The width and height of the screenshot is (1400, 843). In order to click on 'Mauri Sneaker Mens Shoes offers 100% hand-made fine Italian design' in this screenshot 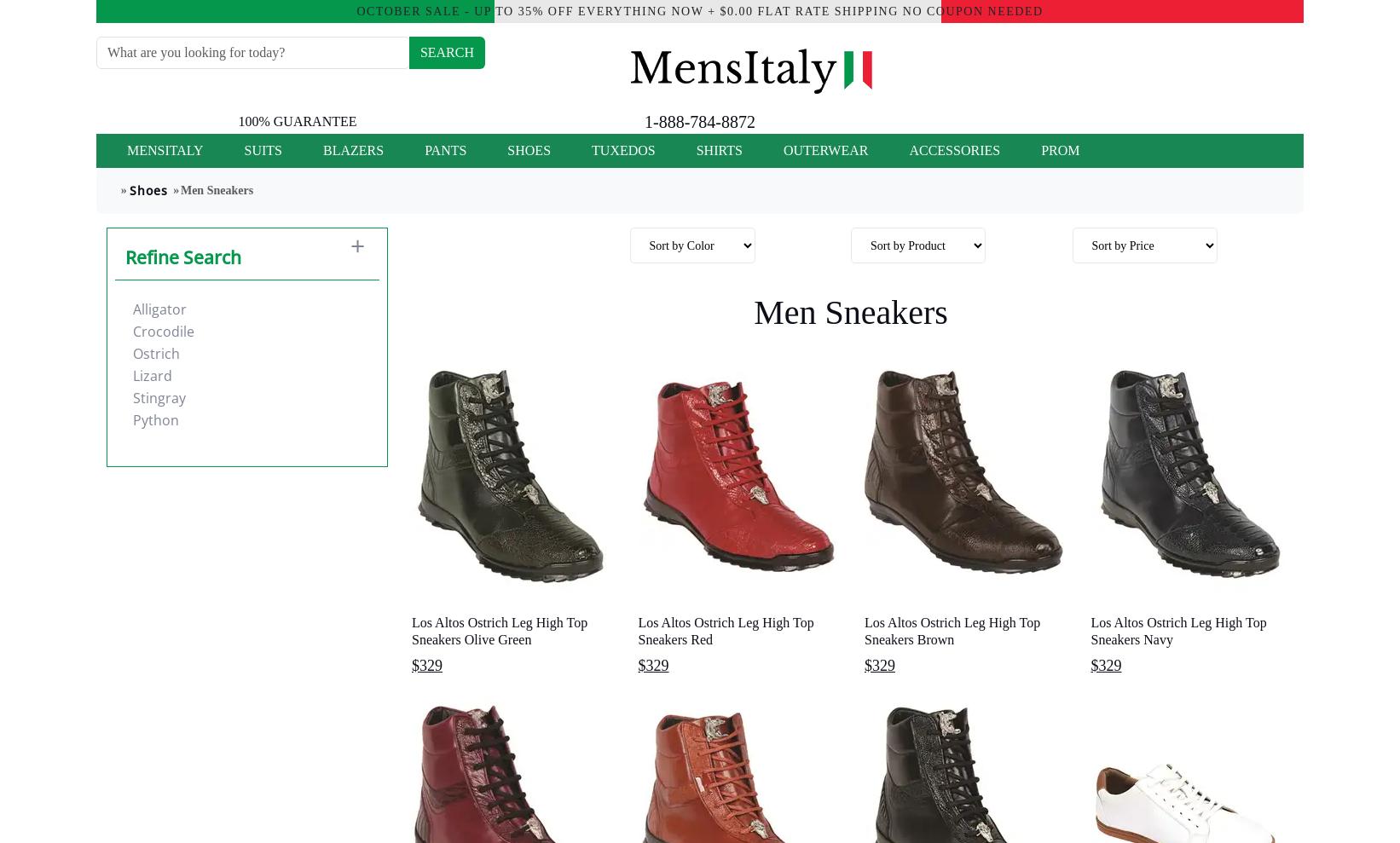, I will do `click(767, 711)`.